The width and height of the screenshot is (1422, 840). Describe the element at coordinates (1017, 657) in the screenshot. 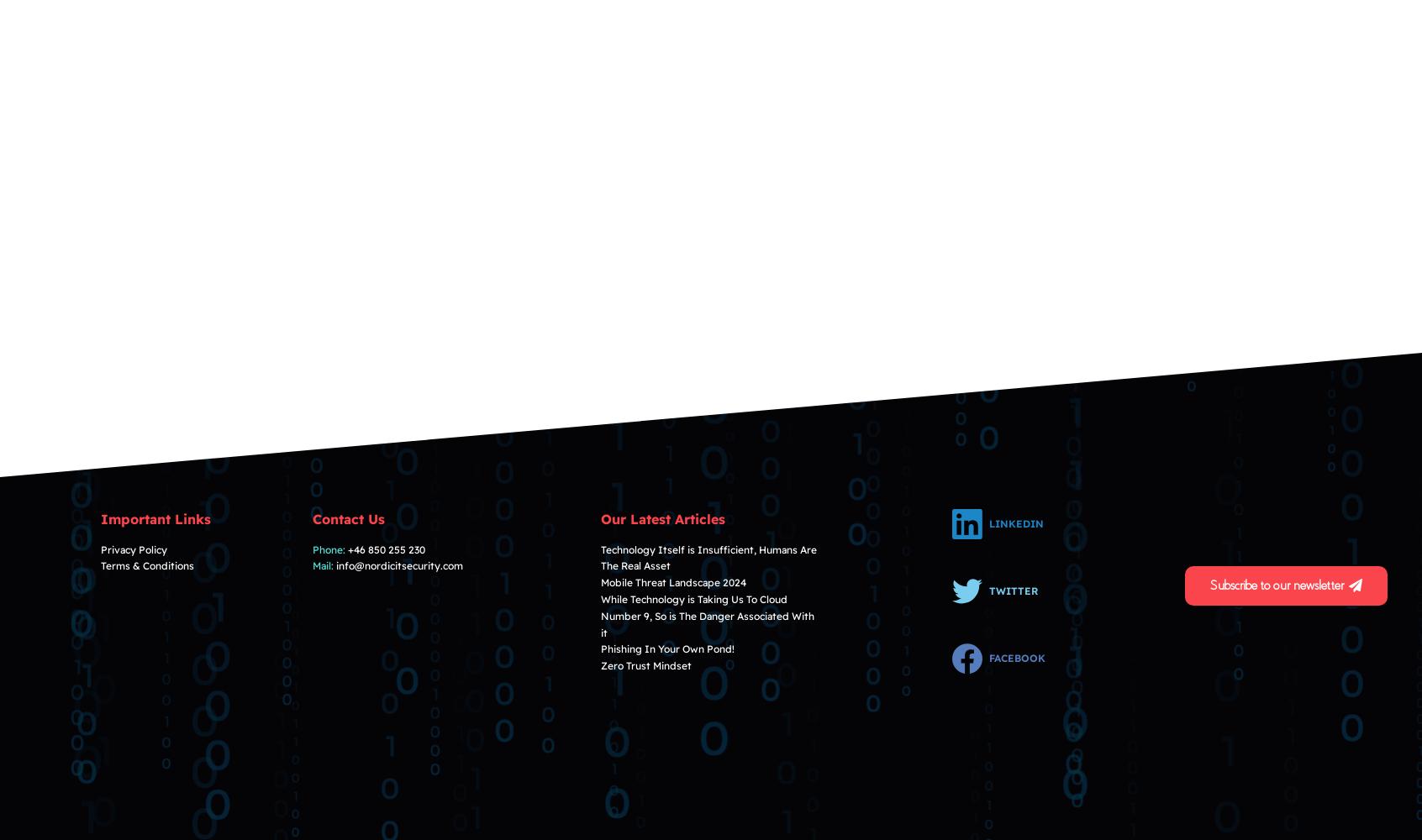

I see `'Facebook'` at that location.